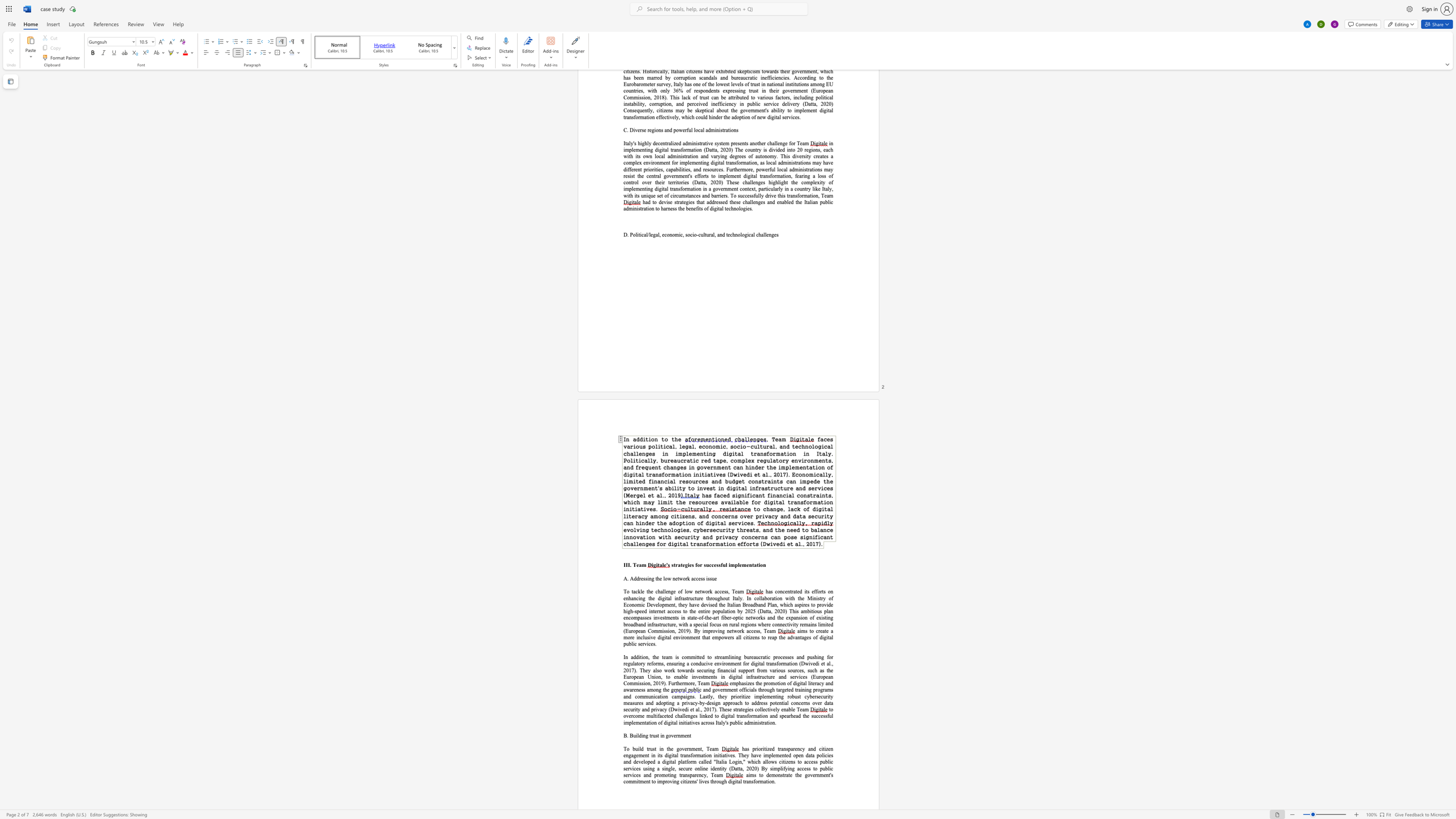 Image resolution: width=1456 pixels, height=819 pixels. What do you see at coordinates (707, 208) in the screenshot?
I see `the 2th character "f" in the text` at bounding box center [707, 208].